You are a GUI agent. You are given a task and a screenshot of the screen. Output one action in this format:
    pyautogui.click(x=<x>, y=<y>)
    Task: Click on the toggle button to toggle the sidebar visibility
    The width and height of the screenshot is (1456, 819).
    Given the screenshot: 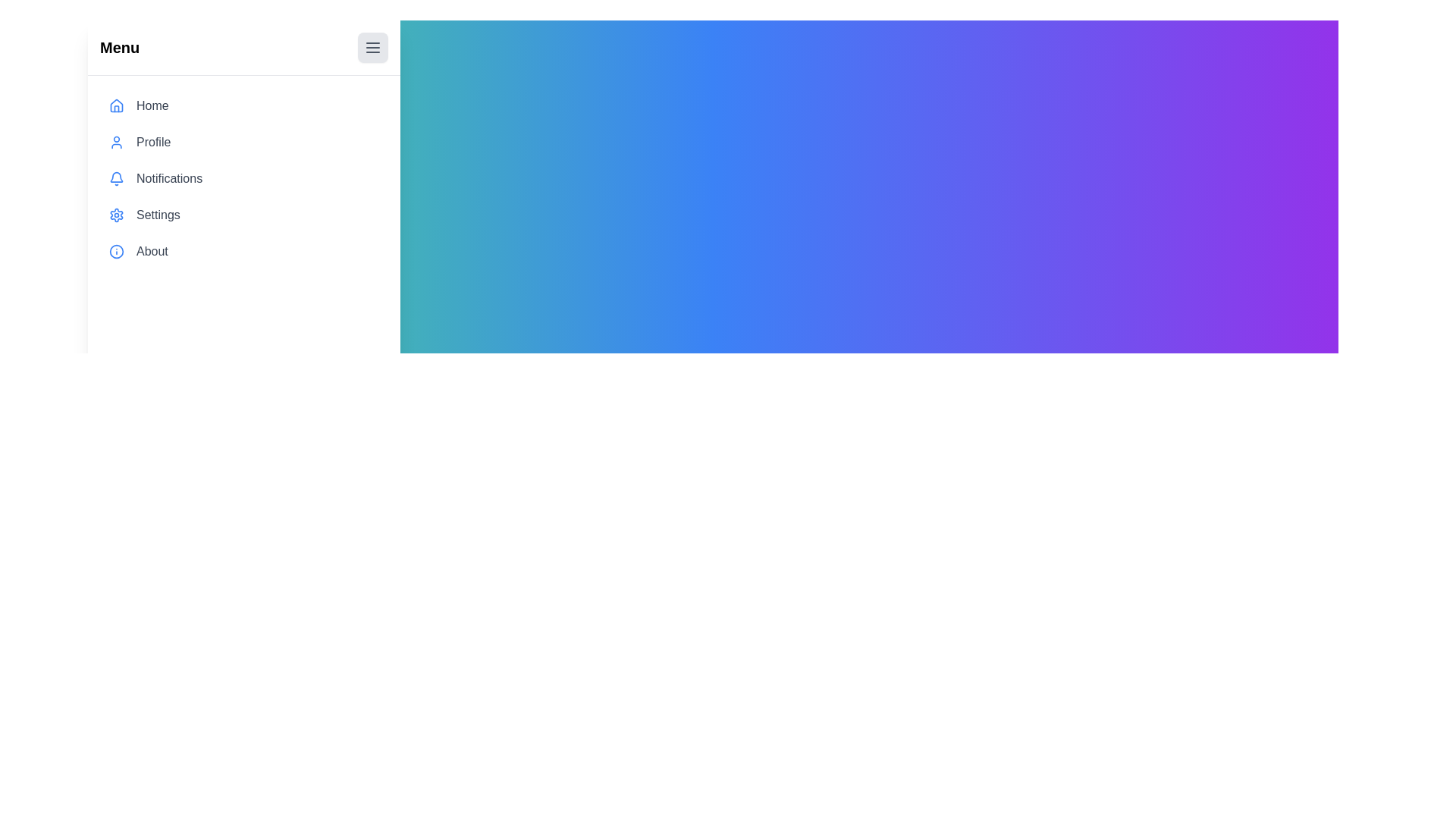 What is the action you would take?
    pyautogui.click(x=373, y=46)
    